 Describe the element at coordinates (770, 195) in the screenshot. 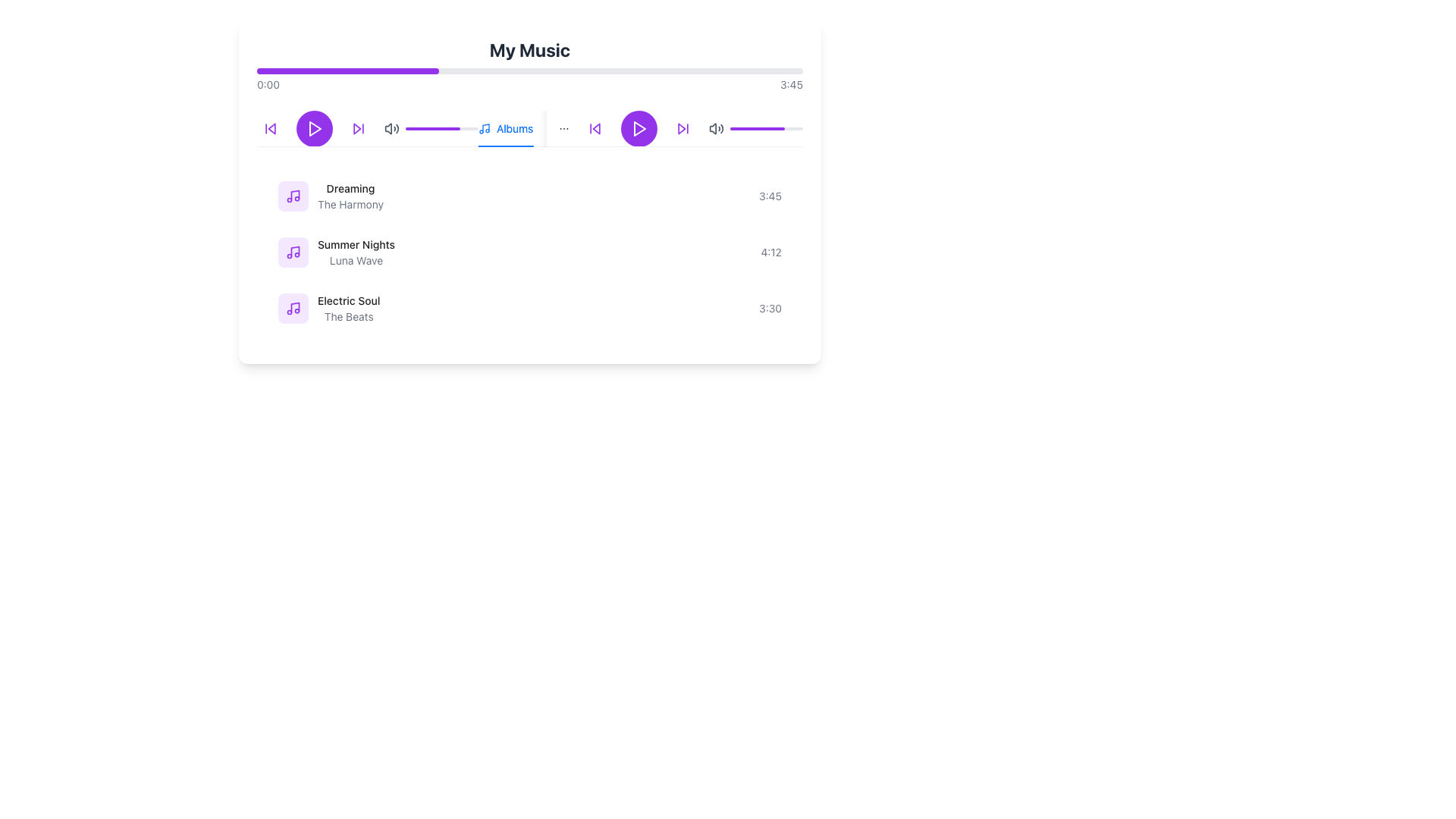

I see `the static text display showing '3:45' in gray font, located at the far-right end of the row for the song 'Dreaming' by 'The Harmony'` at that location.